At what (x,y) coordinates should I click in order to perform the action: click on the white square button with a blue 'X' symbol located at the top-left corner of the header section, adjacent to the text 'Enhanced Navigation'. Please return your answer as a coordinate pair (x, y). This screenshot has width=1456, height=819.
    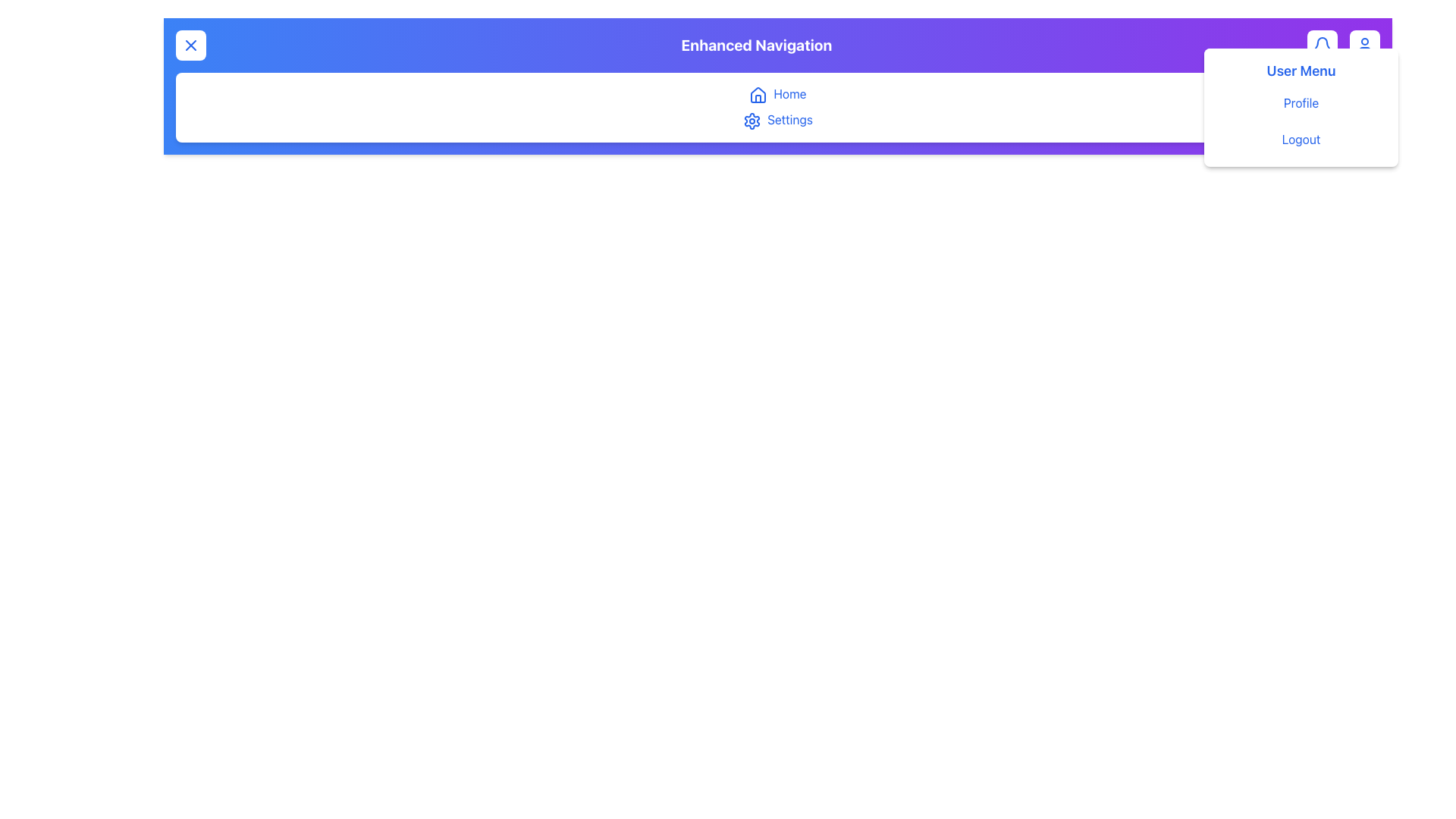
    Looking at the image, I should click on (190, 45).